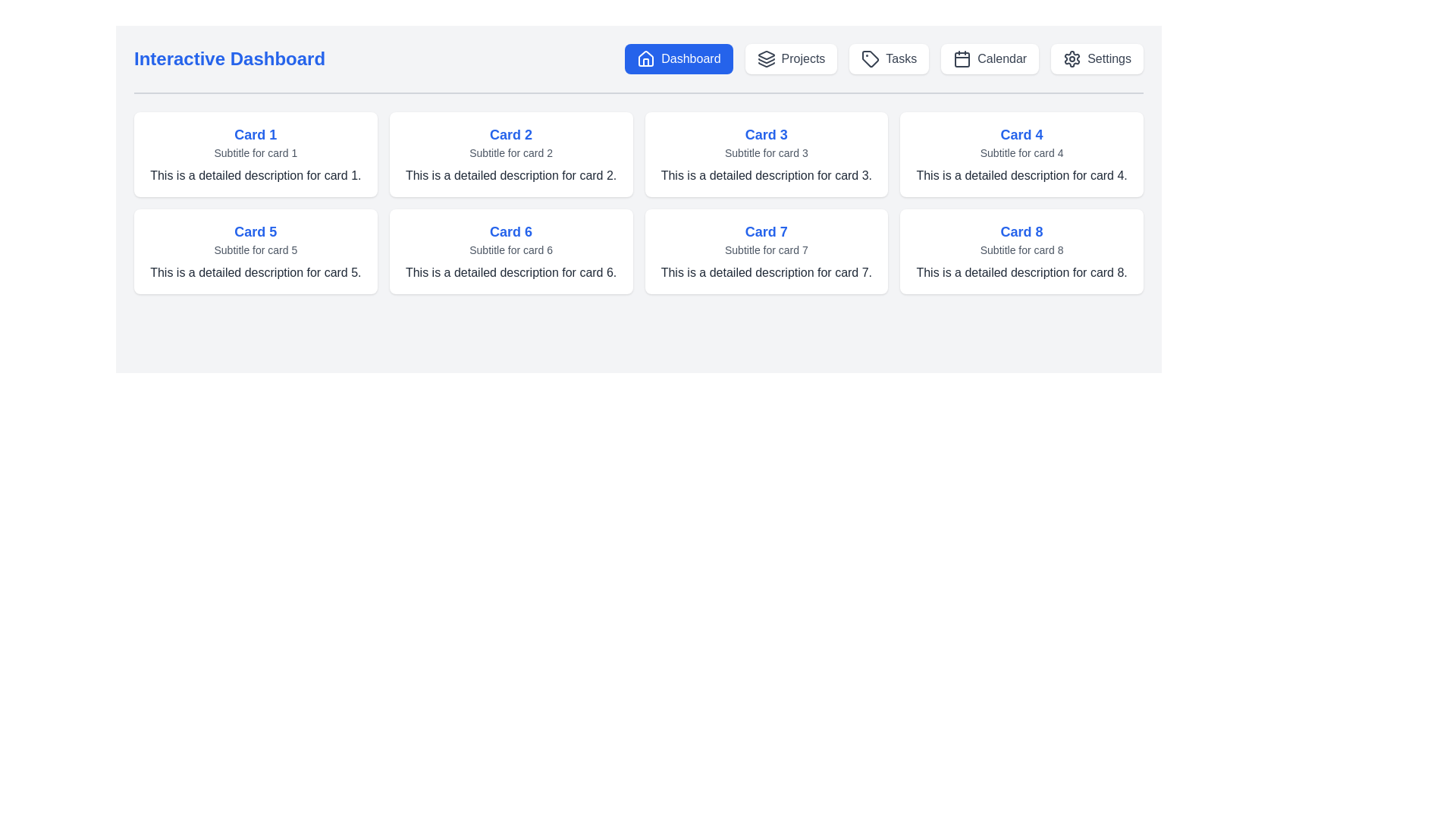 This screenshot has width=1456, height=819. Describe the element at coordinates (1021, 231) in the screenshot. I see `the text label 'Card 8', which is styled with bold, larger font in bright blue color, located at the top of its containing card in the first row, fourth column of the card grid layout` at that location.